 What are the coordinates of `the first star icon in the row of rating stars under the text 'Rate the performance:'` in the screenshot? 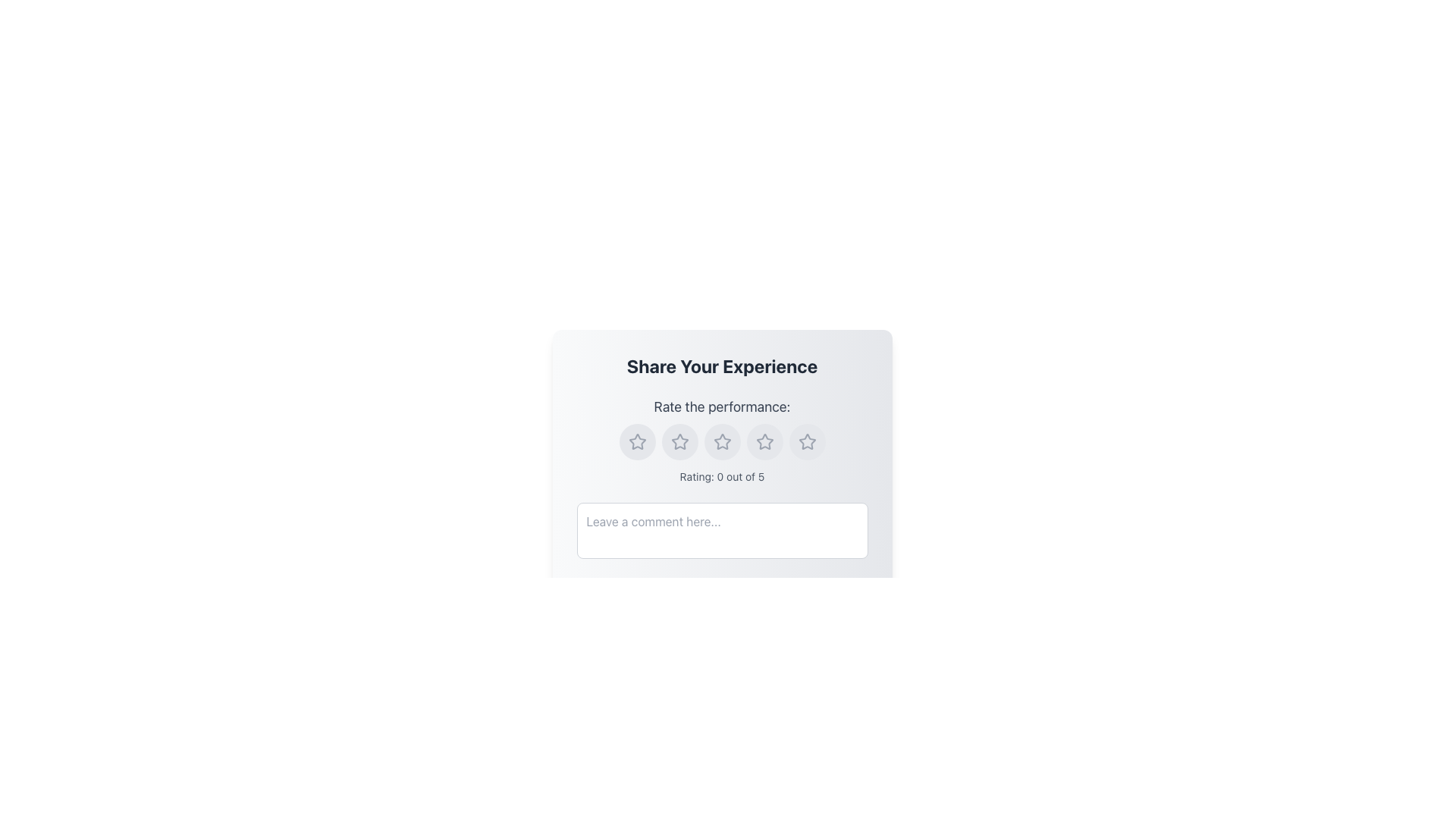 It's located at (637, 441).